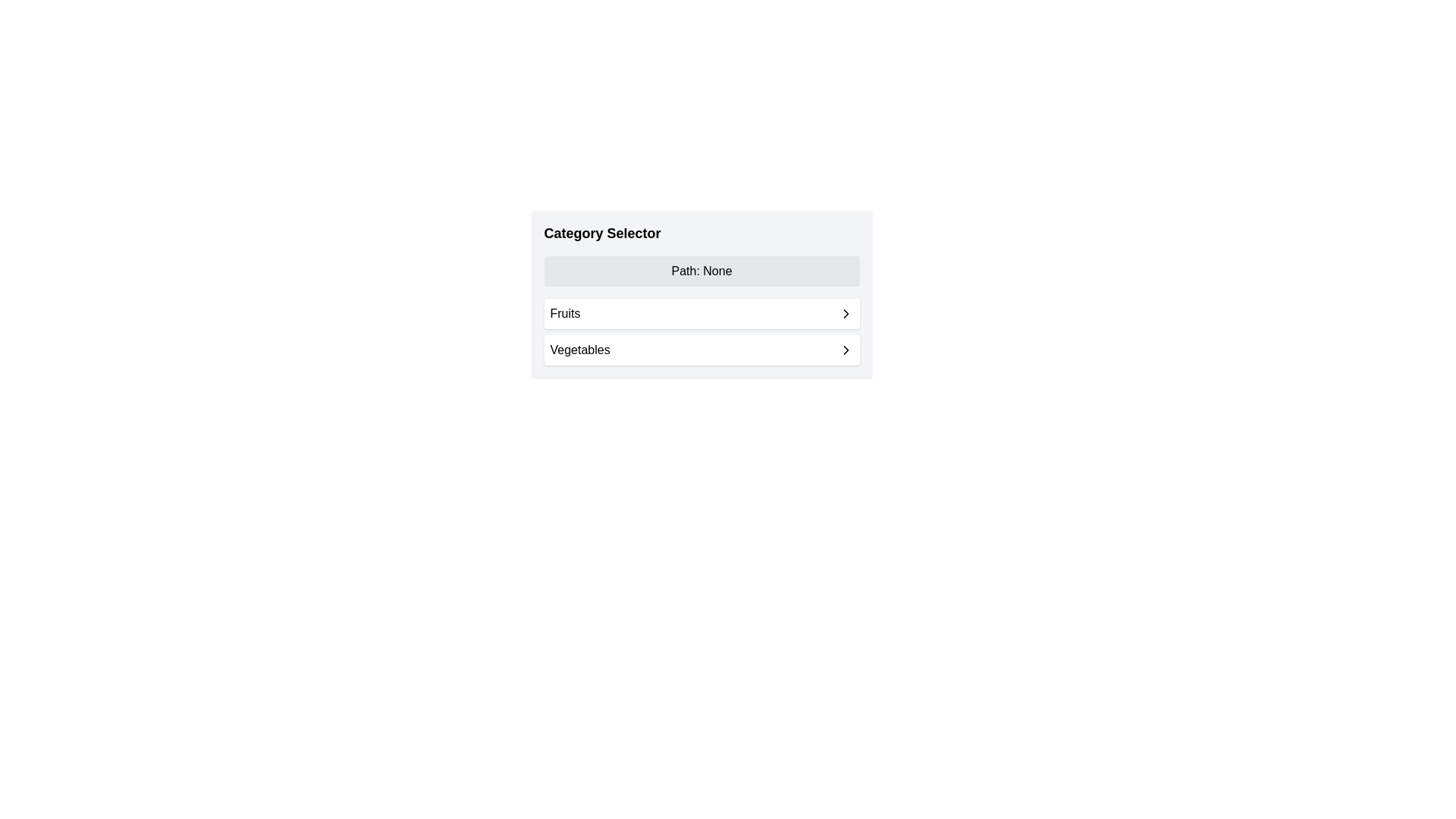 This screenshot has width=1456, height=819. I want to click on keyboard navigation, so click(845, 350).